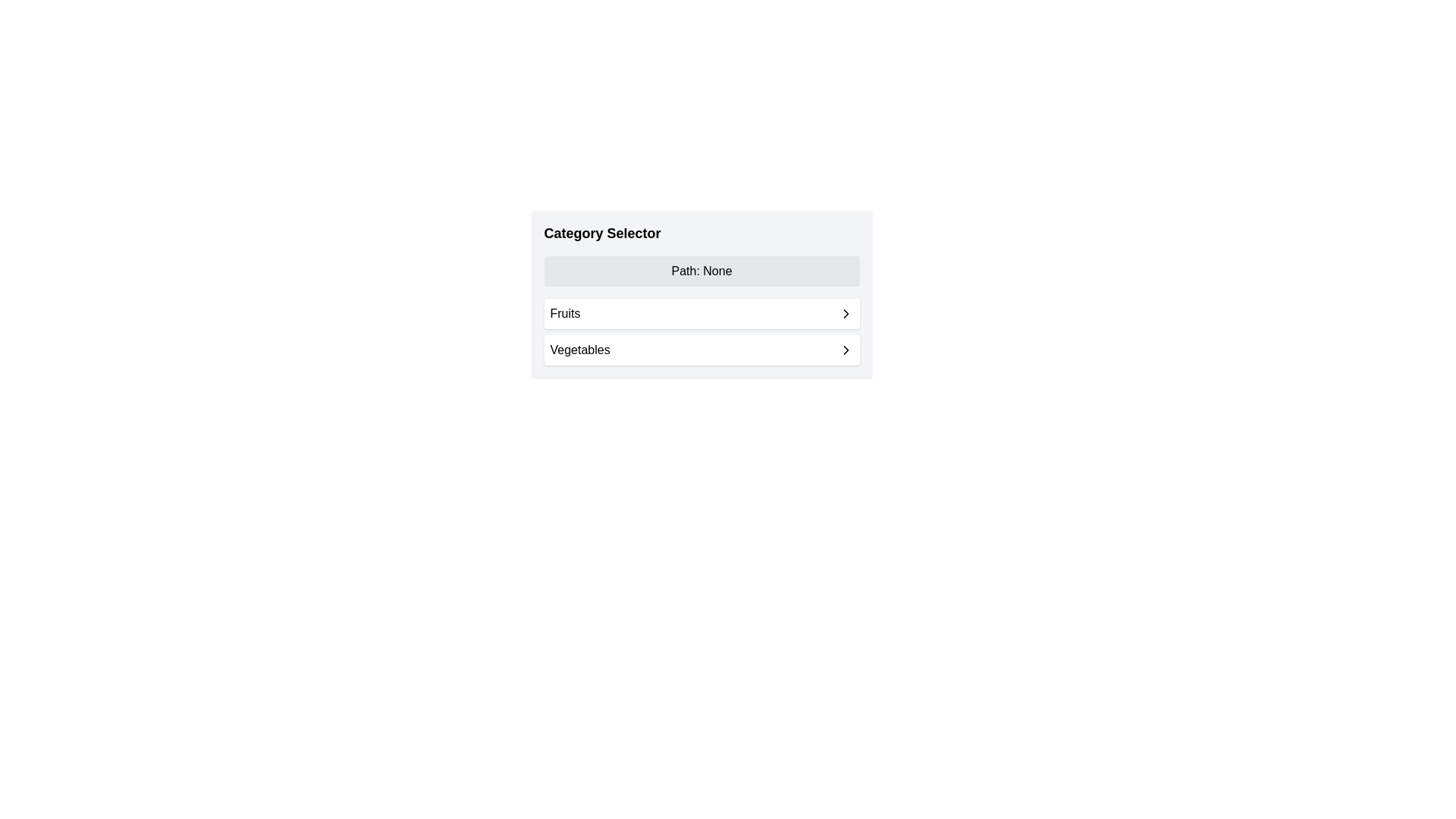 This screenshot has width=1456, height=819. I want to click on keyboard navigation, so click(845, 350).